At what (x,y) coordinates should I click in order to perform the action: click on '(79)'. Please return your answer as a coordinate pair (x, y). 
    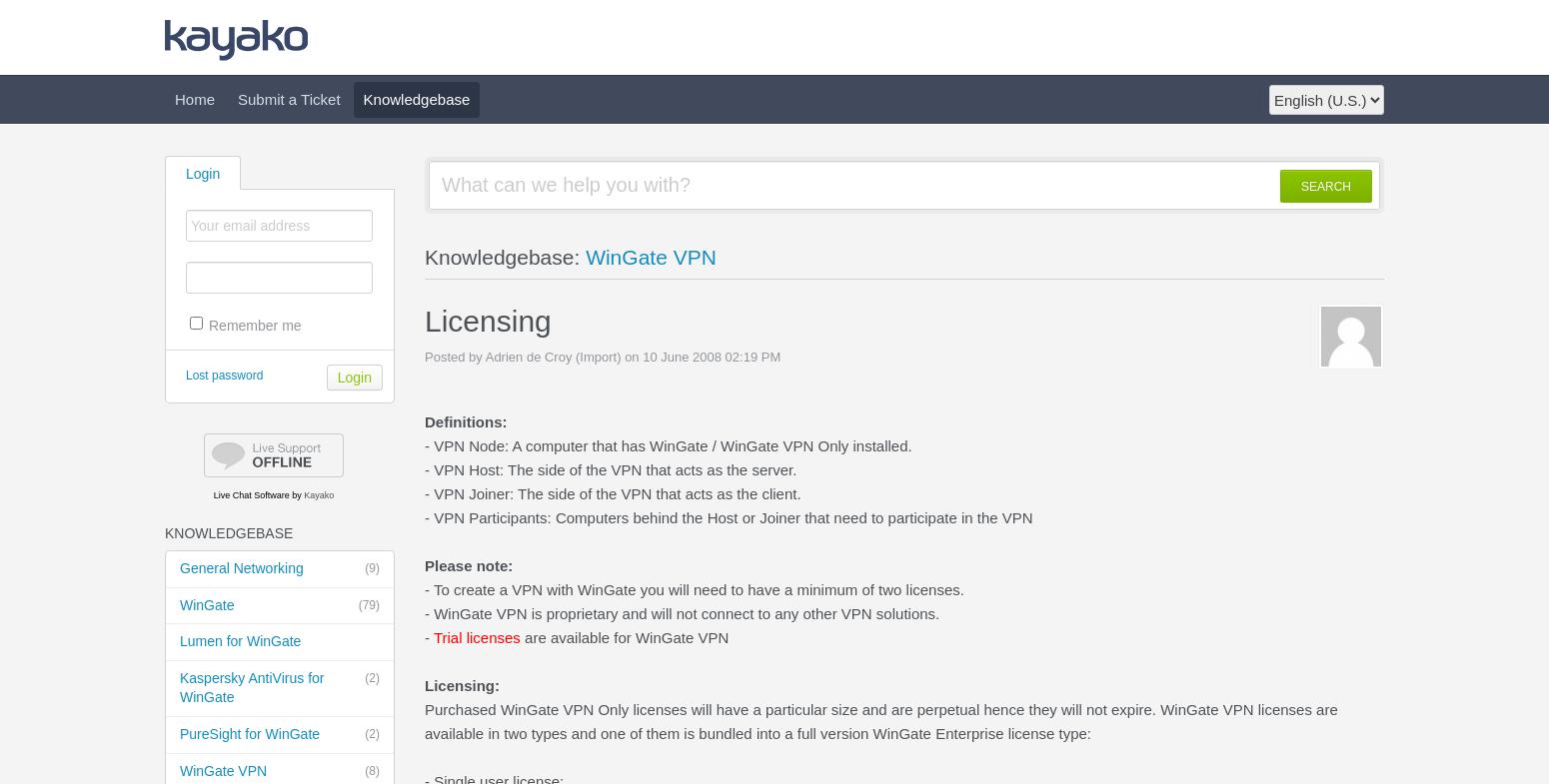
    Looking at the image, I should click on (368, 603).